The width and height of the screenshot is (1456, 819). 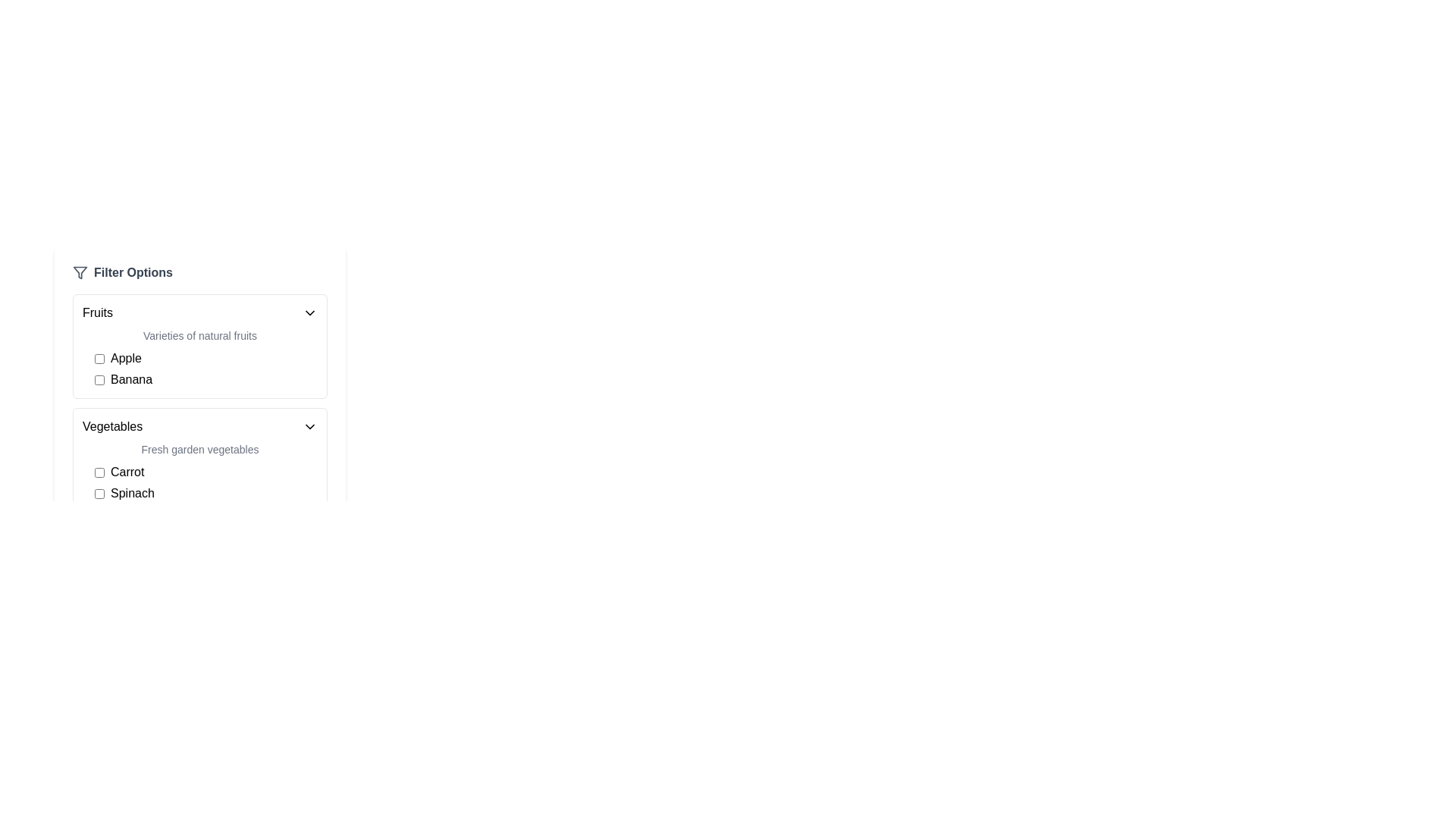 I want to click on the filter icon, represented by a gray funnel shape, located to the left of the text 'Filter Options', so click(x=79, y=271).